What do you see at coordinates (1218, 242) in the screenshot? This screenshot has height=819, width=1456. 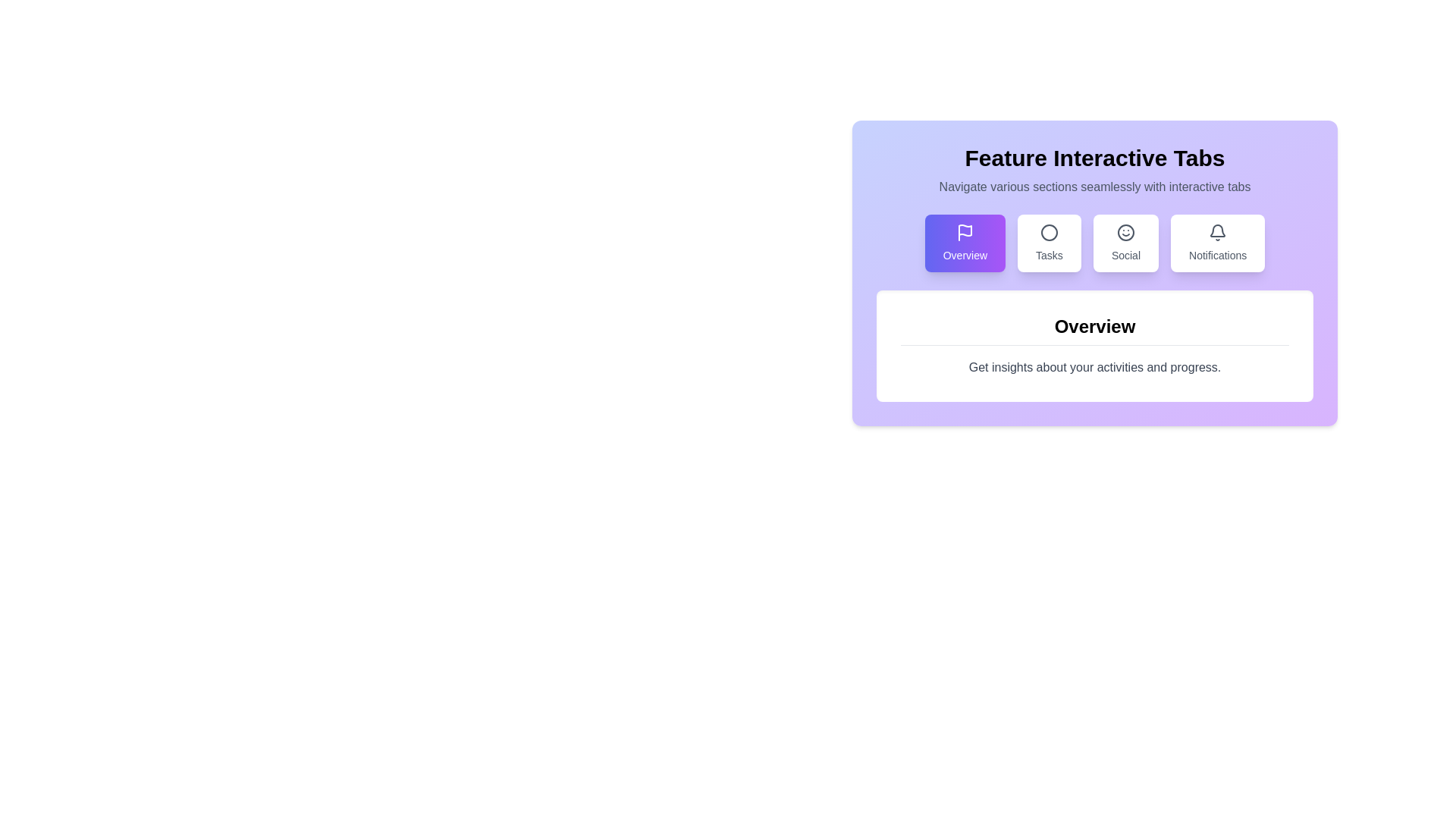 I see `the 'Notifications' button, which has a white background, rounded borders, and a bell icon above the text` at bounding box center [1218, 242].